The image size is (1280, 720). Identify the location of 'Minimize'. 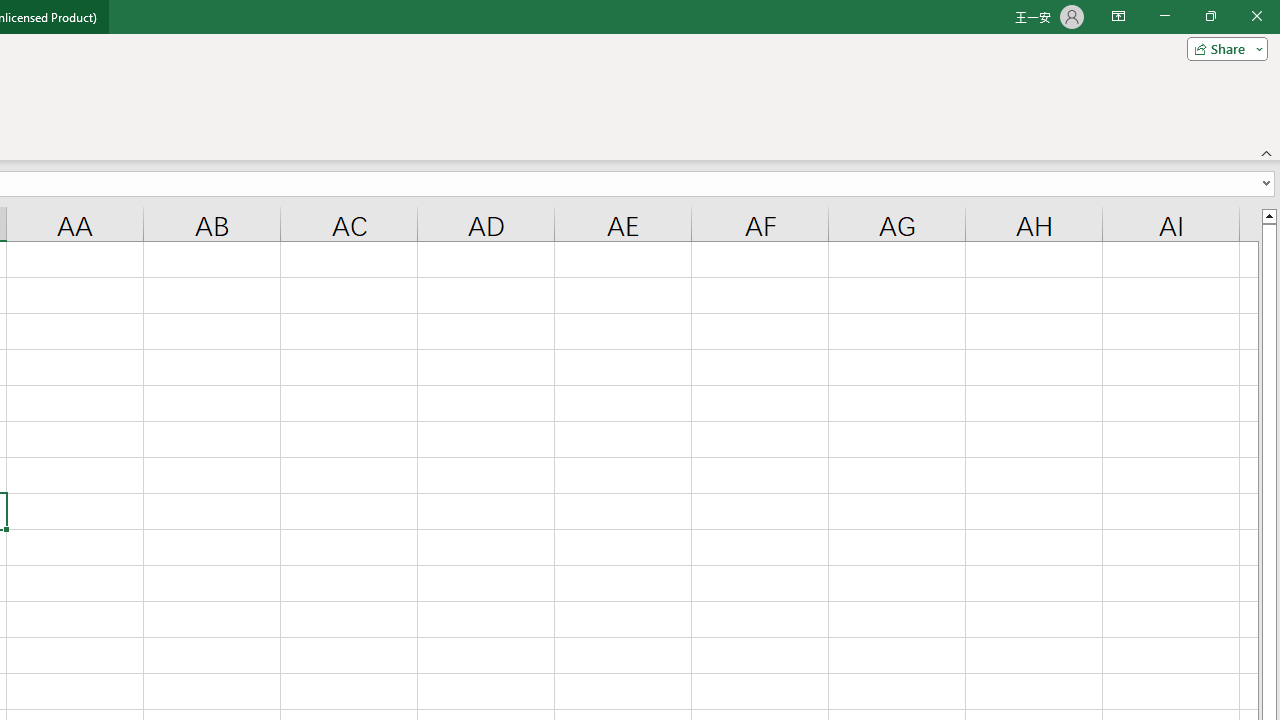
(1164, 16).